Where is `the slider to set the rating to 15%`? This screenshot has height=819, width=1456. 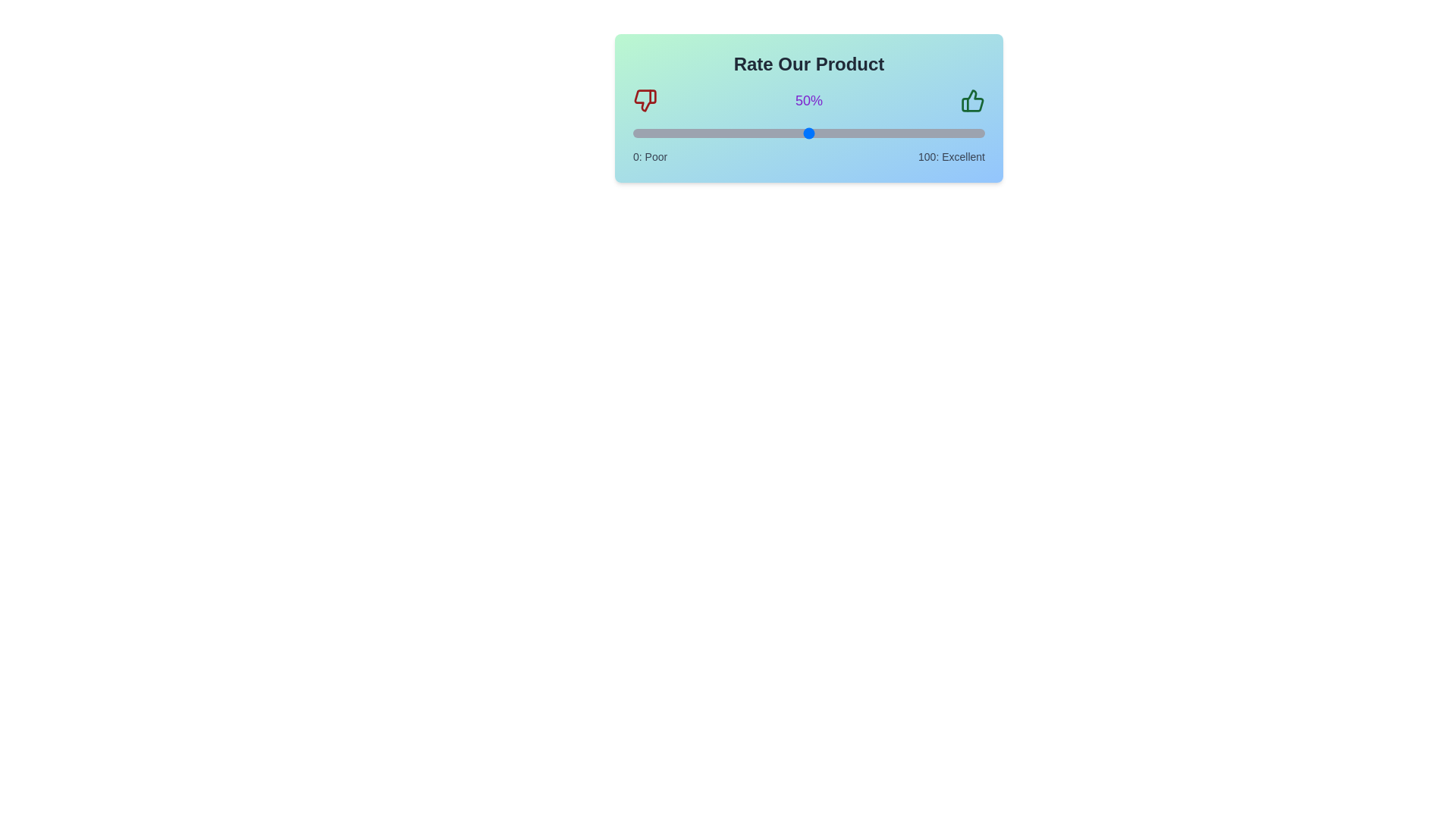 the slider to set the rating to 15% is located at coordinates (685, 133).